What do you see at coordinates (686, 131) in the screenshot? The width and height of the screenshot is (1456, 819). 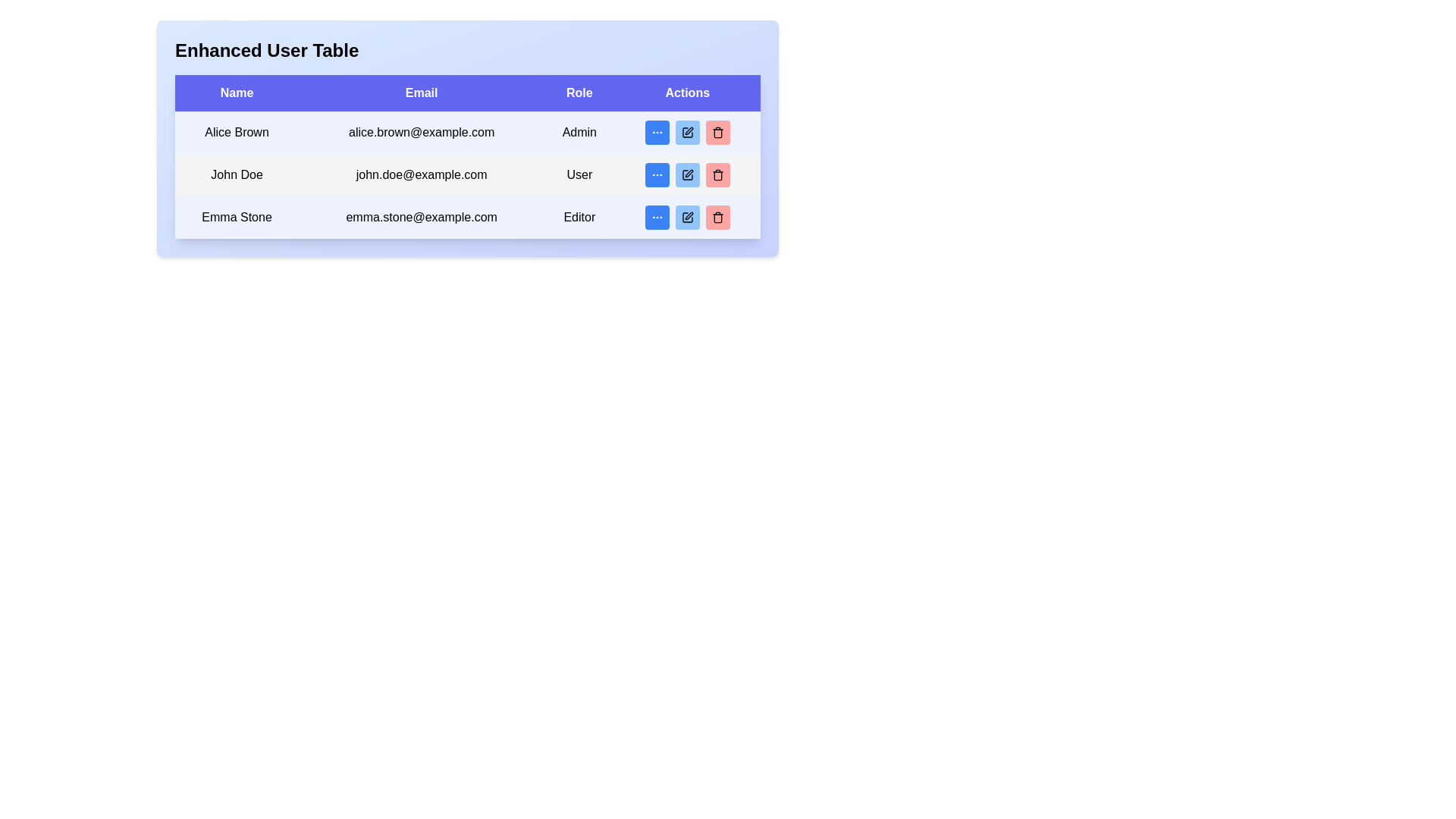 I see `the square pen glyph icon located in the 'Actions' column of the first row to initiate the edit action` at bounding box center [686, 131].